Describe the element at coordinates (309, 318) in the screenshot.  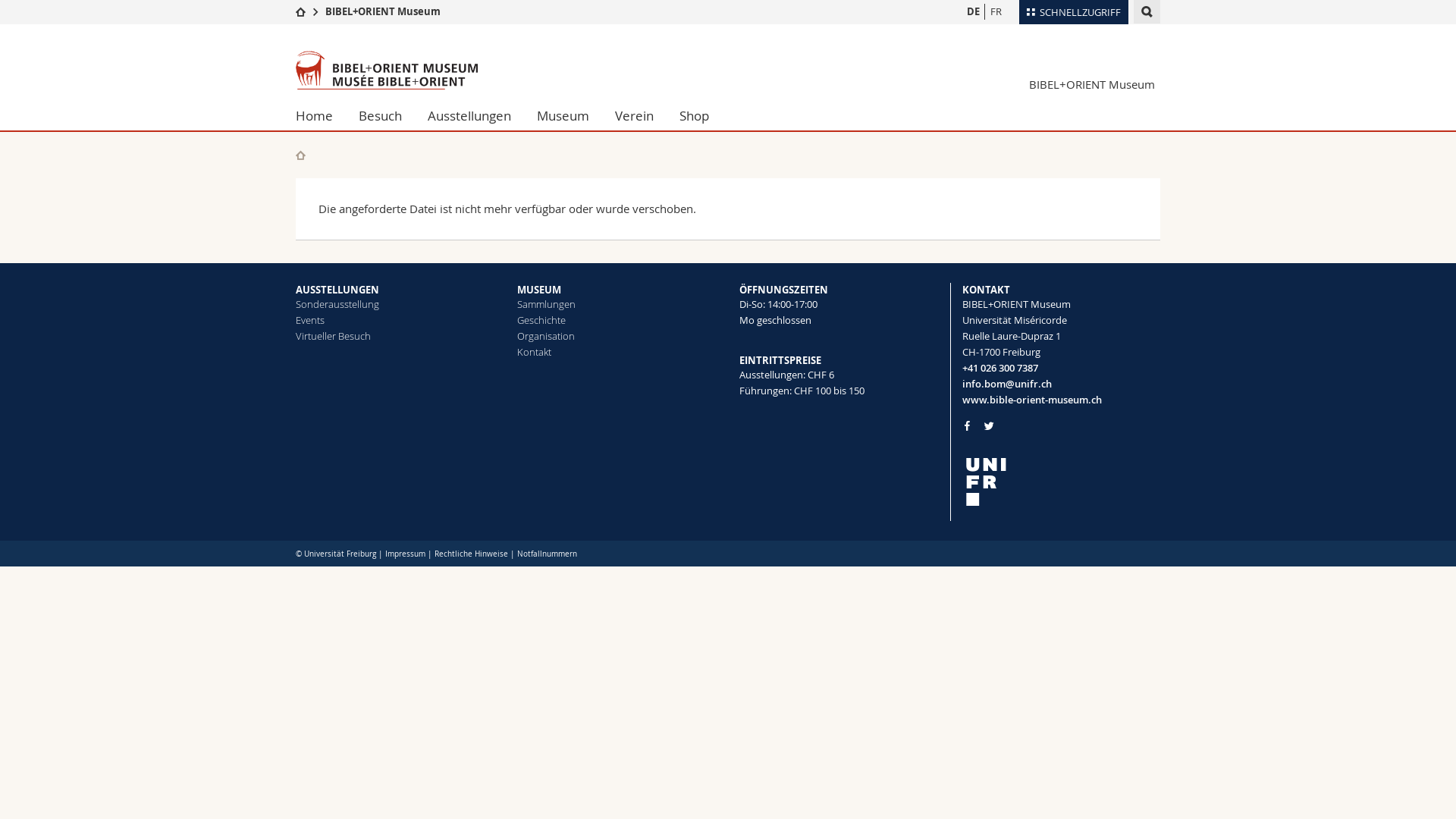
I see `'Events'` at that location.